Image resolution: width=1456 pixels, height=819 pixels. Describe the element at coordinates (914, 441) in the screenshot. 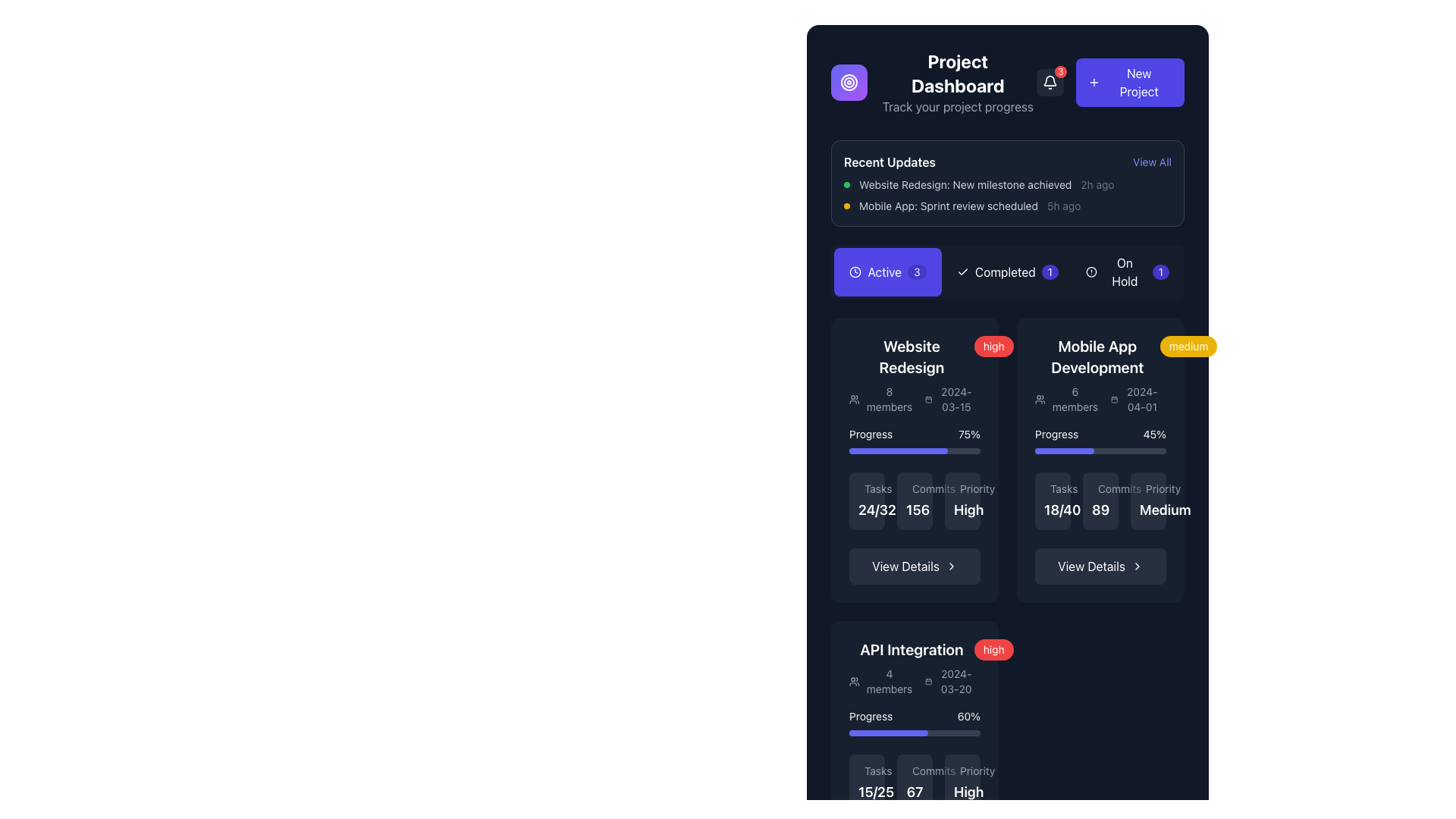

I see `progress percentage from the Progress bar located in the 'Website Redesign' project card within the 'Active Projects' section` at that location.